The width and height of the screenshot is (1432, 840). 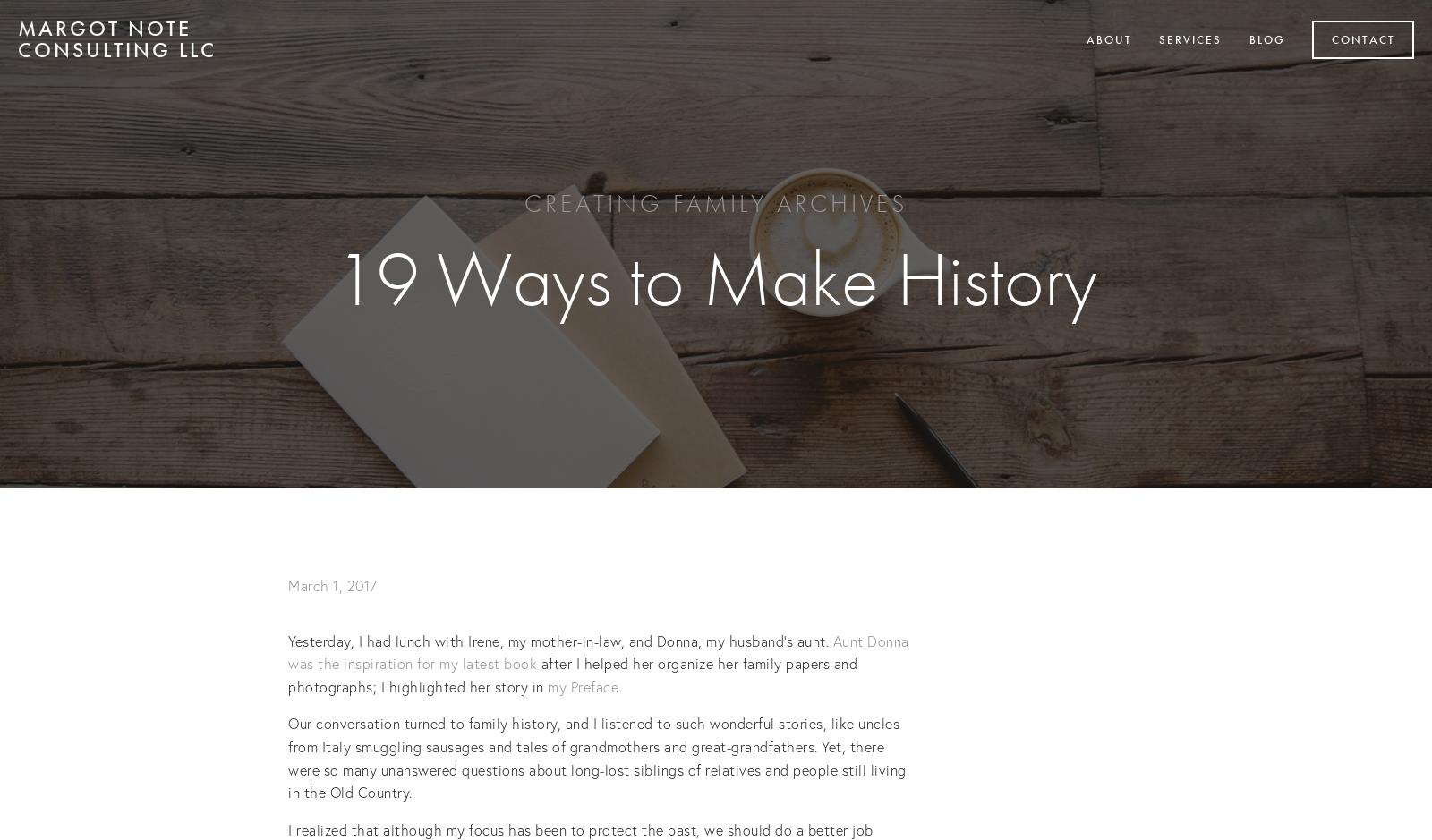 What do you see at coordinates (288, 585) in the screenshot?
I see `'March 1, 2017'` at bounding box center [288, 585].